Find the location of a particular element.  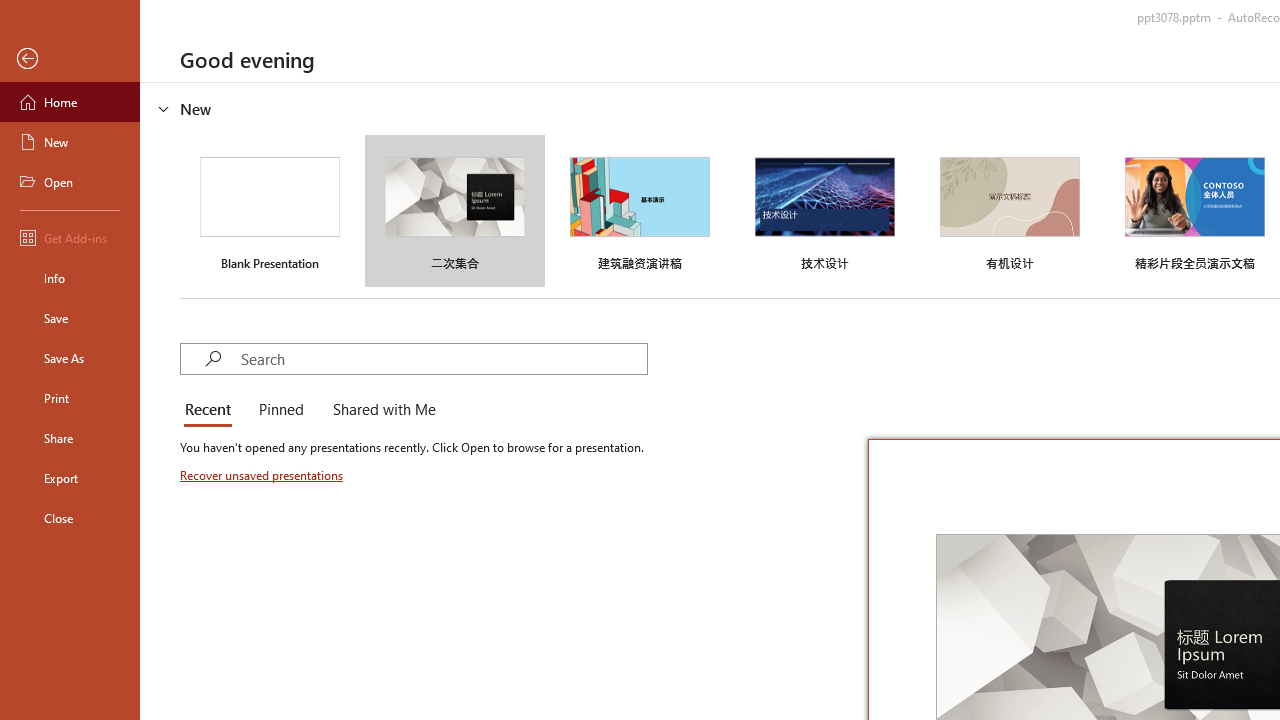

'Recent' is located at coordinates (212, 410).